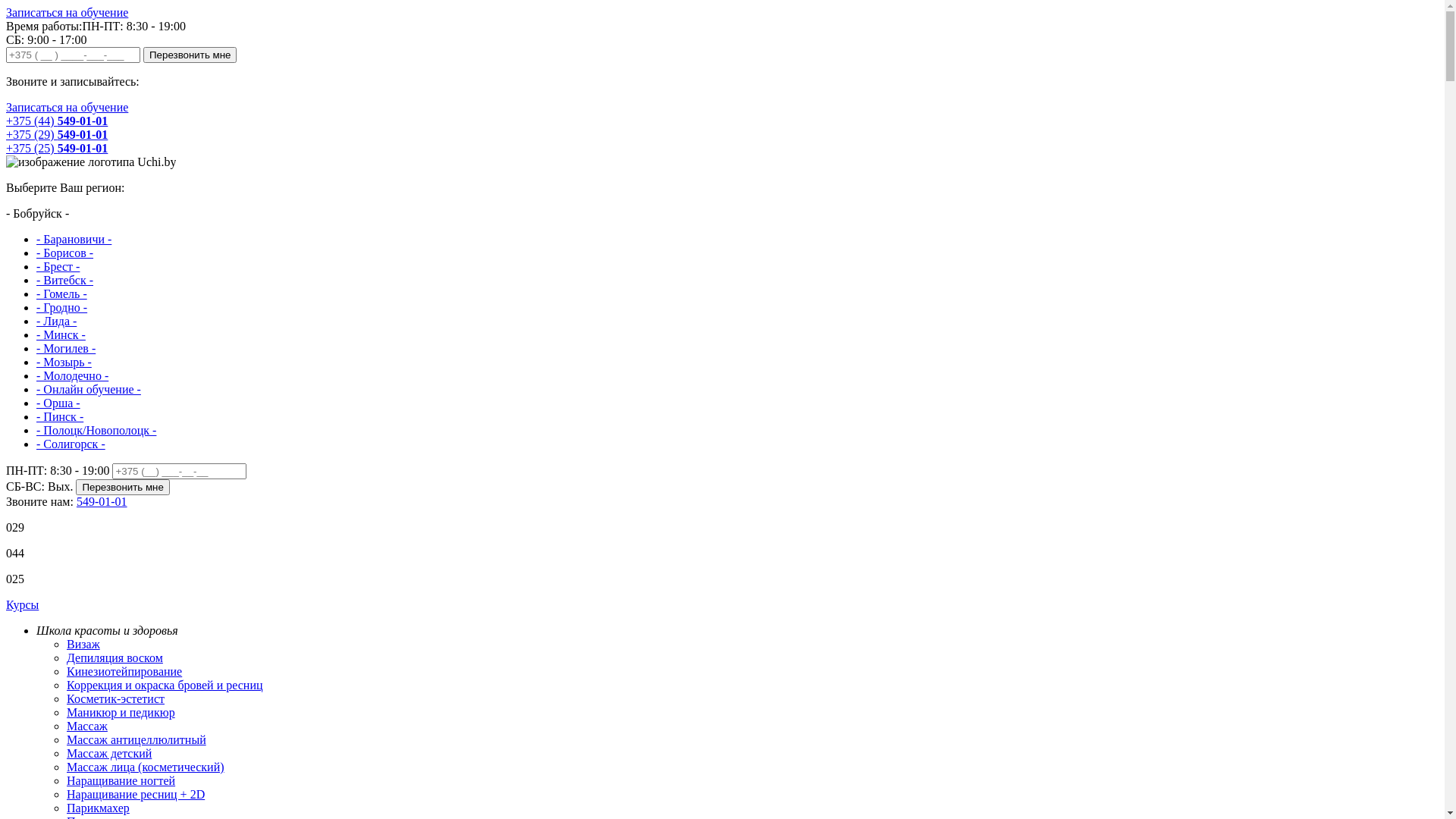 The height and width of the screenshot is (819, 1456). Describe the element at coordinates (57, 133) in the screenshot. I see `'+375 (29) 549-01-01'` at that location.